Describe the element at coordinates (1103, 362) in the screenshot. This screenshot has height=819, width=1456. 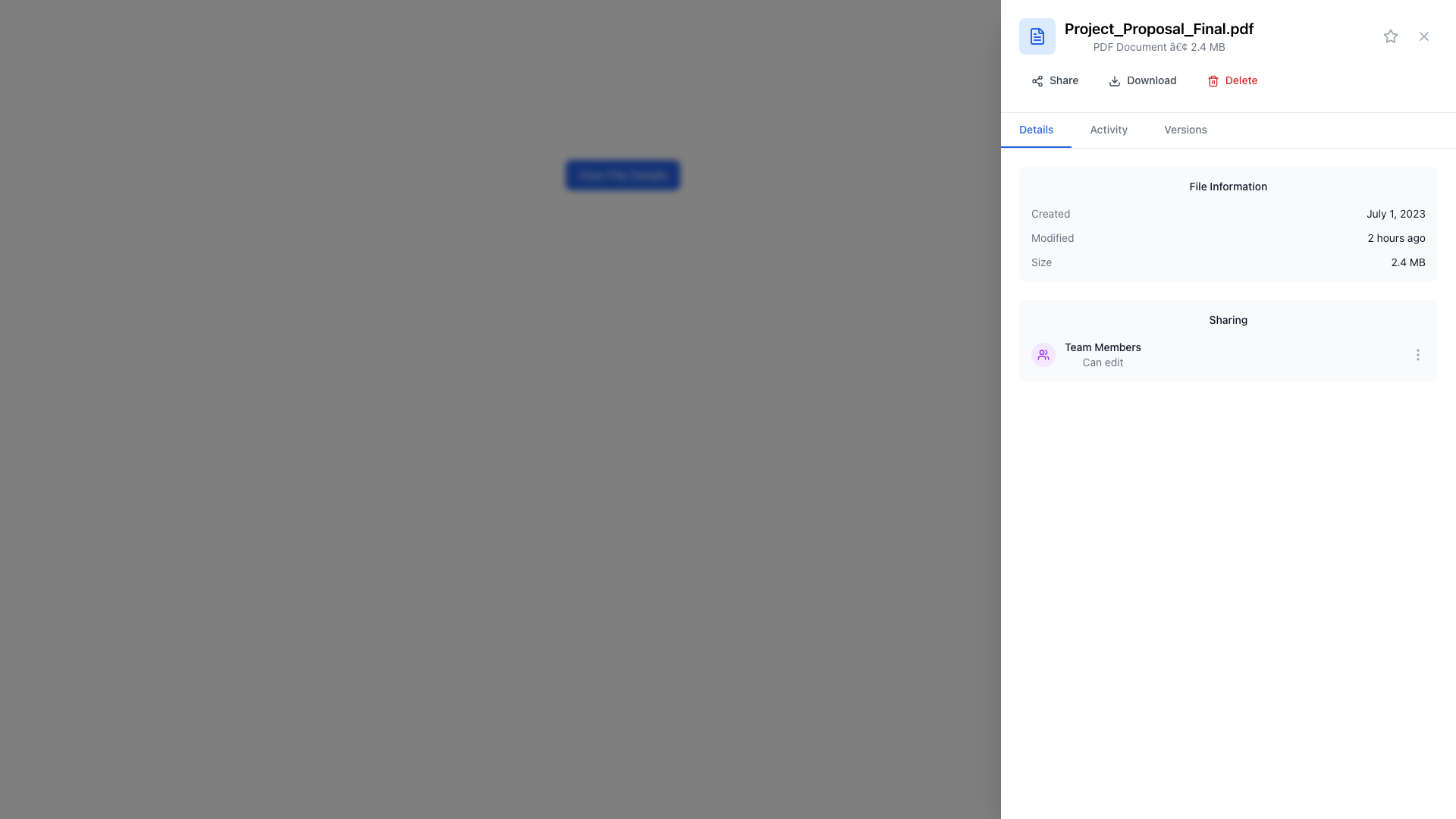
I see `the Text label indicating editing rights for the associated team members in the 'Sharing' section, located beneath 'Team Members'` at that location.